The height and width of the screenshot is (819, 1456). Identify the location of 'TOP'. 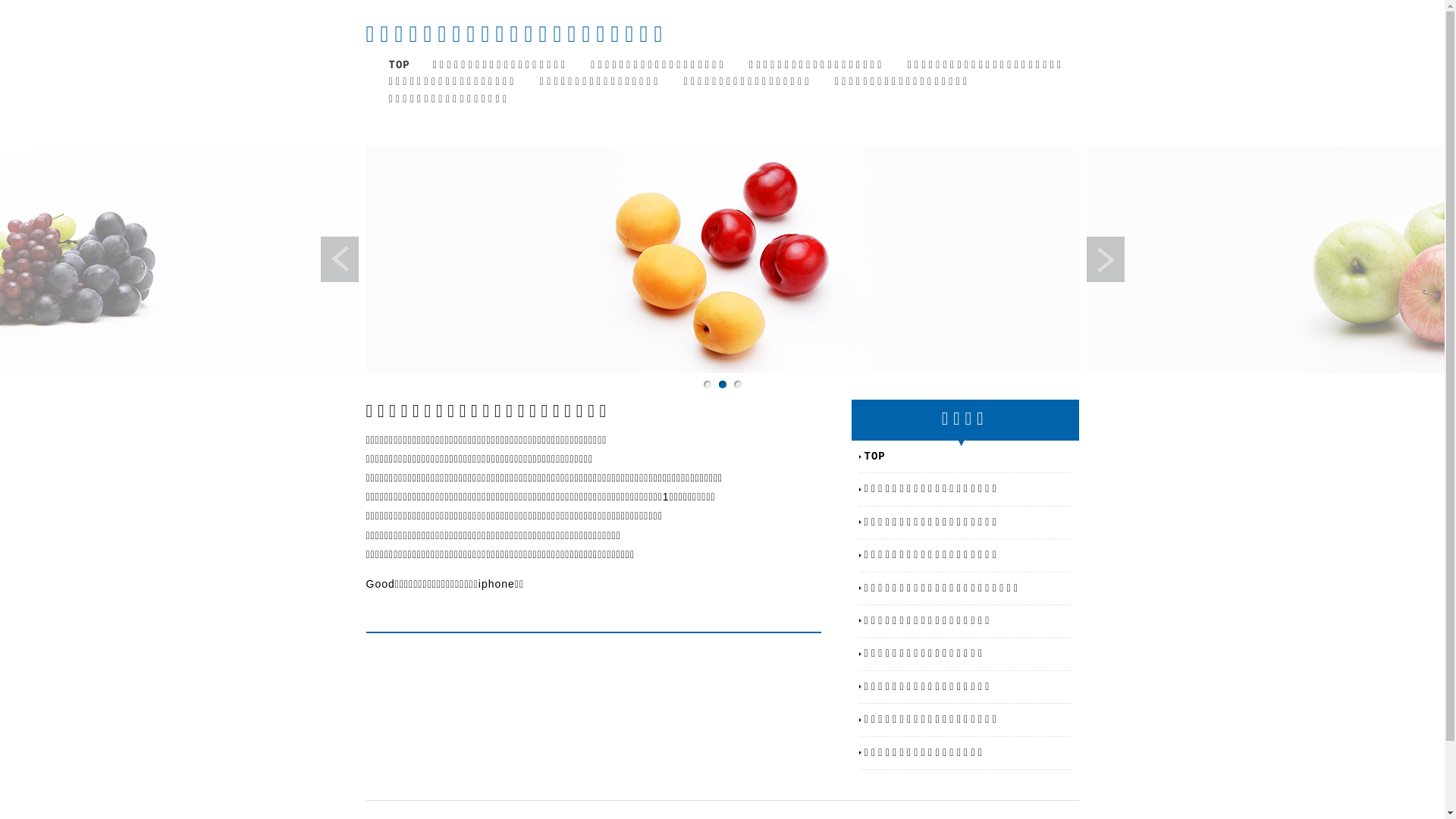
(399, 64).